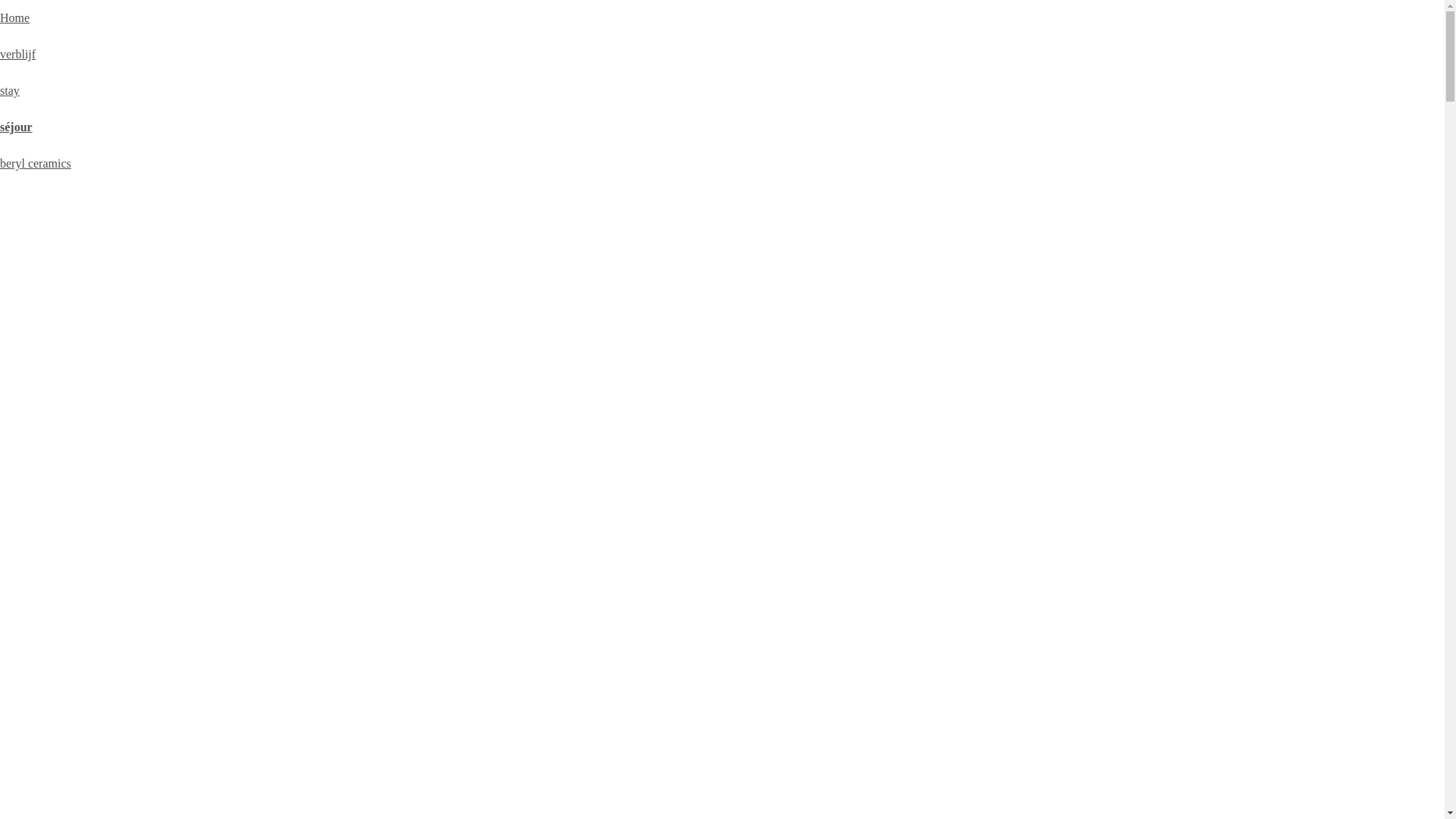 The height and width of the screenshot is (819, 1456). Describe the element at coordinates (36, 163) in the screenshot. I see `'beryl ceramics'` at that location.